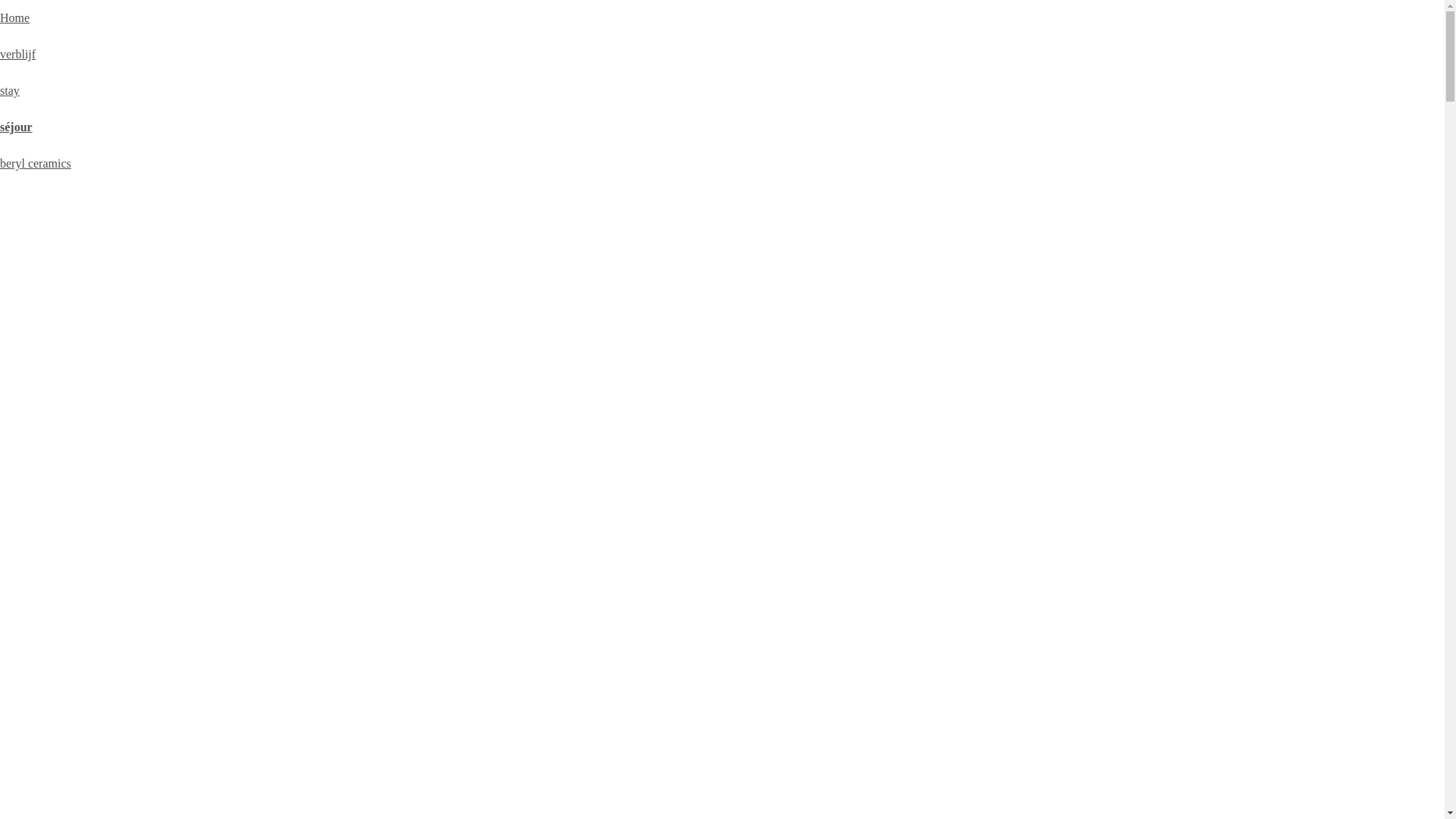 The height and width of the screenshot is (819, 1456). Describe the element at coordinates (36, 163) in the screenshot. I see `'beryl ceramics'` at that location.